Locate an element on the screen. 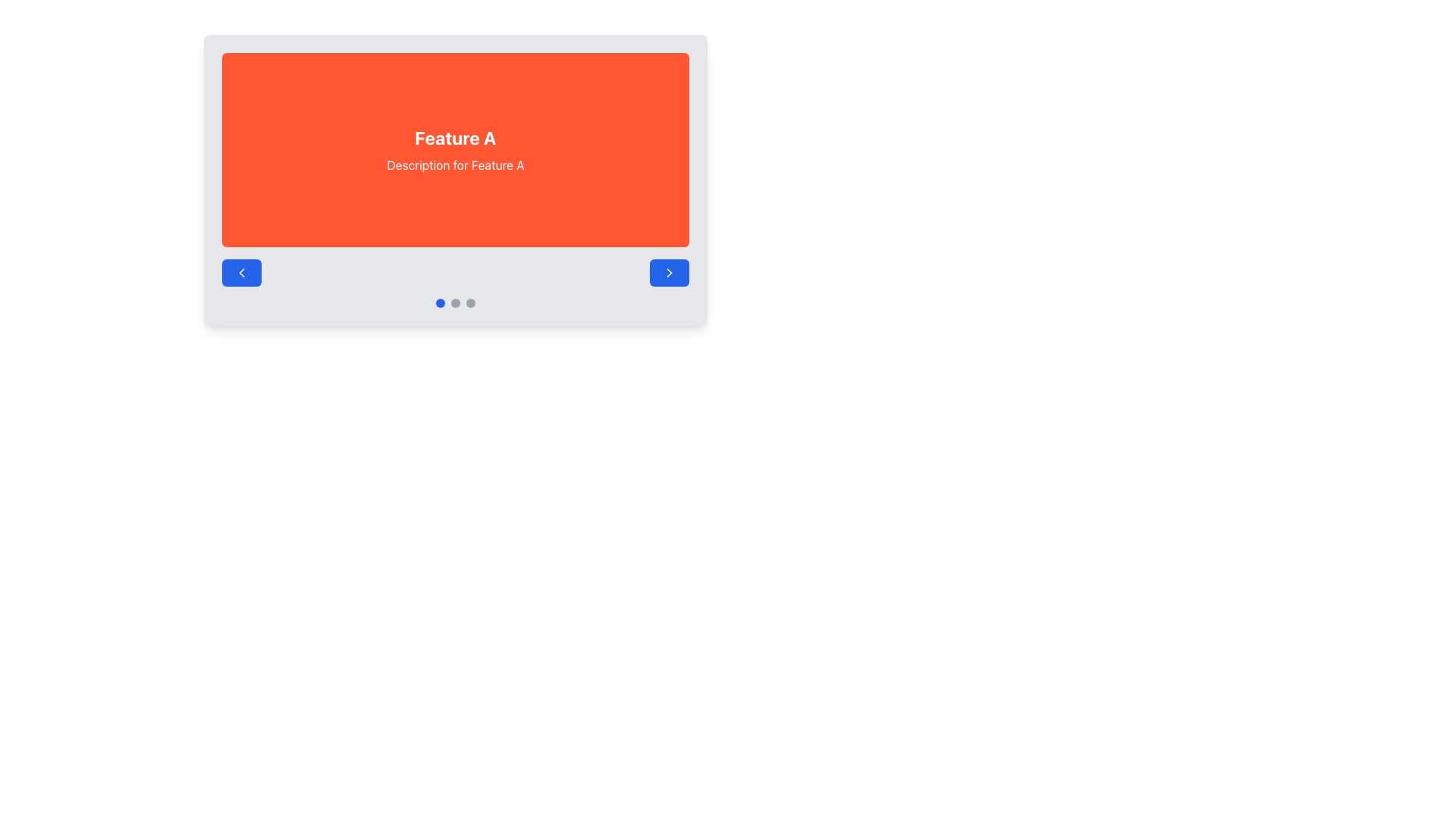 The height and width of the screenshot is (819, 1456). the blue circular button containing the right chevron arrow SVG icon located at the bottom right corner of the main card interface is located at coordinates (669, 271).